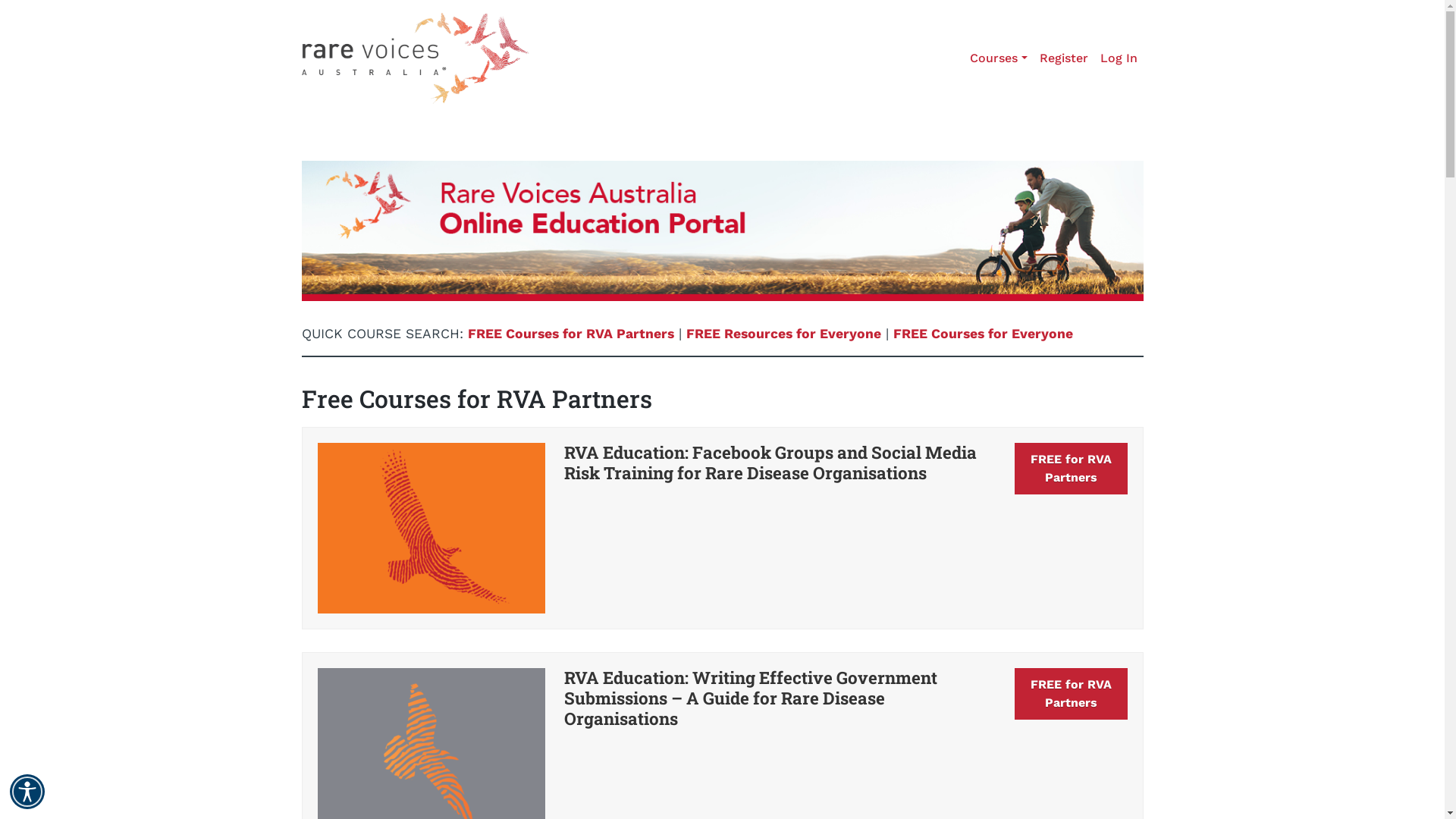 This screenshot has height=819, width=1456. What do you see at coordinates (998, 58) in the screenshot?
I see `'Courses'` at bounding box center [998, 58].